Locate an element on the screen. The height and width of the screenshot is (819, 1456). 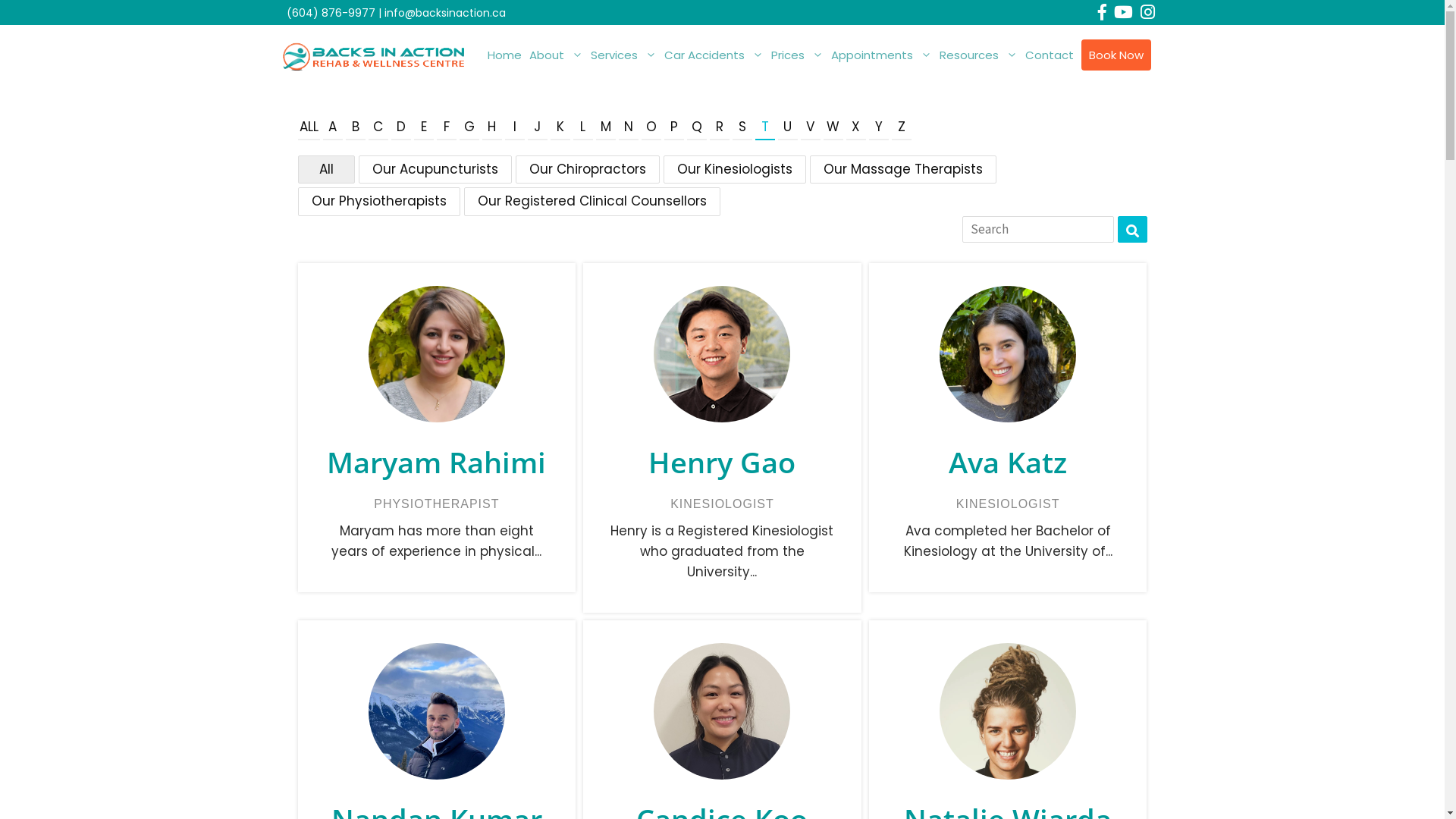
'R' is located at coordinates (719, 127).